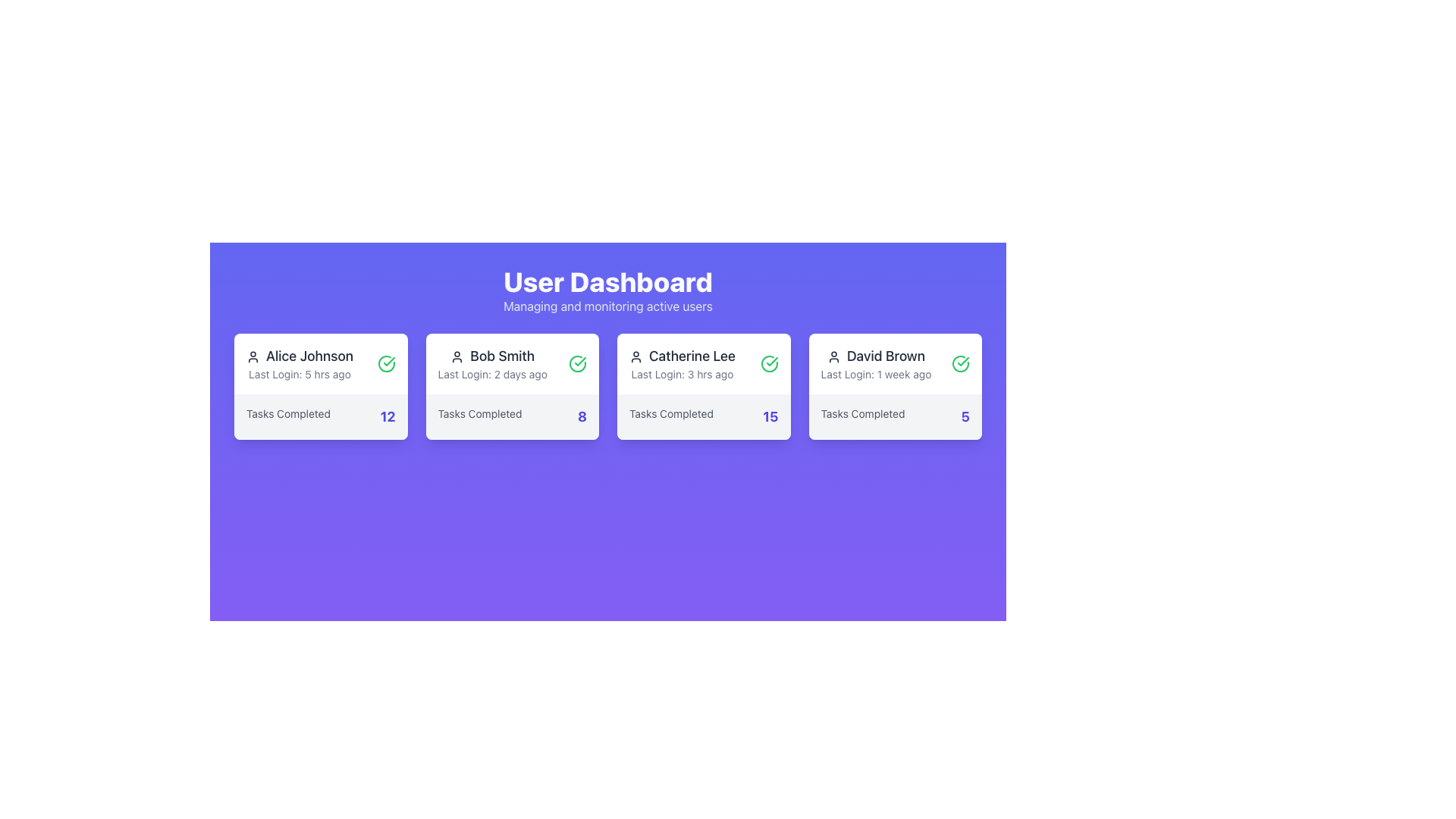 Image resolution: width=1456 pixels, height=819 pixels. I want to click on the user profile icon located in the second card under the 'User Dashboard' title, which depicts the user 'Bob Smith', so click(457, 357).